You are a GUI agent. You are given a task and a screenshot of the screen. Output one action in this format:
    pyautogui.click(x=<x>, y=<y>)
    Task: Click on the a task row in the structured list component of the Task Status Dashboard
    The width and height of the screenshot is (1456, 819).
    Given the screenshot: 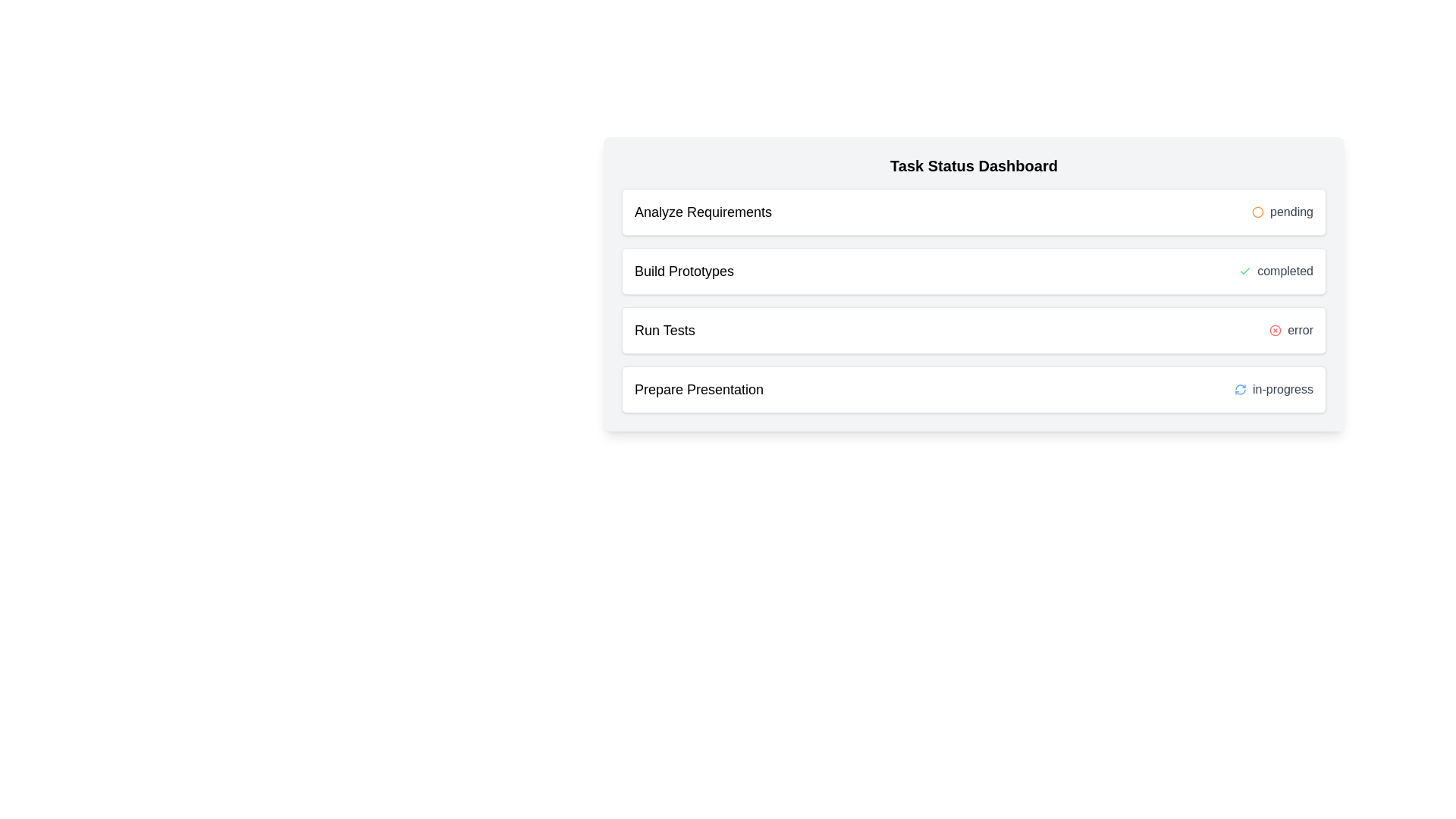 What is the action you would take?
    pyautogui.click(x=974, y=301)
    